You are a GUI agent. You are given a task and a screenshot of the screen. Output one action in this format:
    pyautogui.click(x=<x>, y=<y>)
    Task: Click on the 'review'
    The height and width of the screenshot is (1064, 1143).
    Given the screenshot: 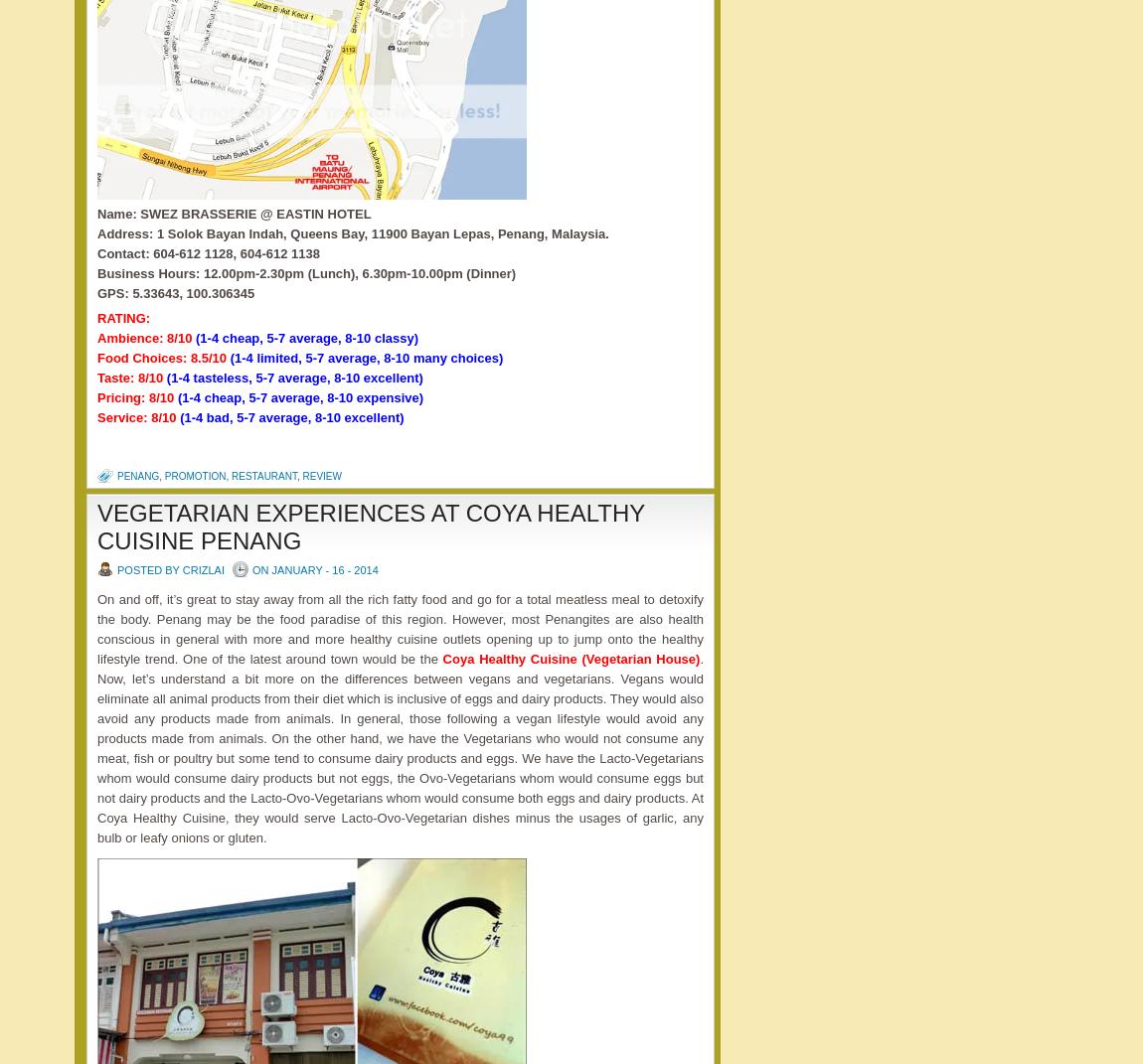 What is the action you would take?
    pyautogui.click(x=321, y=475)
    